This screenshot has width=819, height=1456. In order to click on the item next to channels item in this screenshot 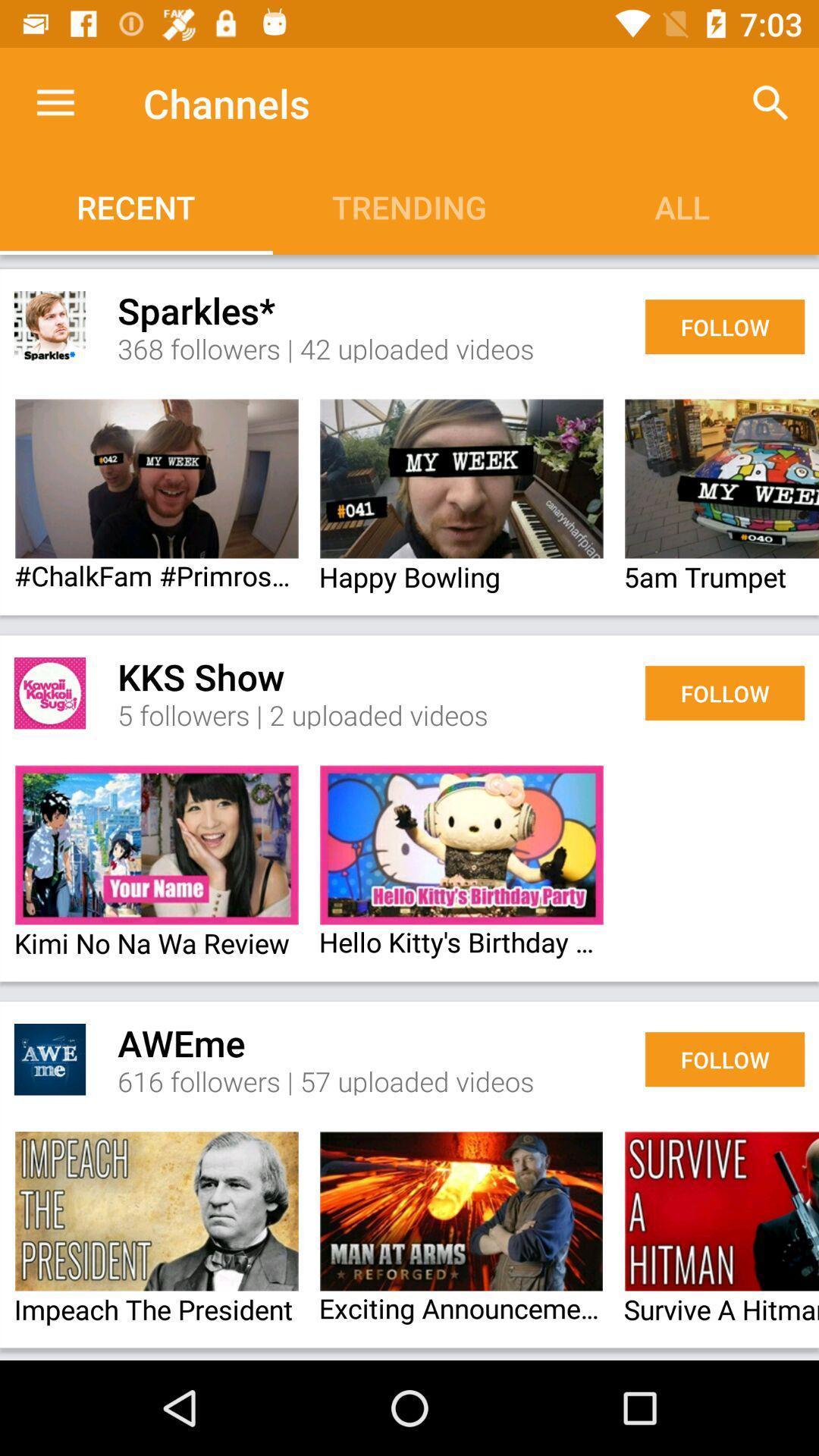, I will do `click(55, 102)`.